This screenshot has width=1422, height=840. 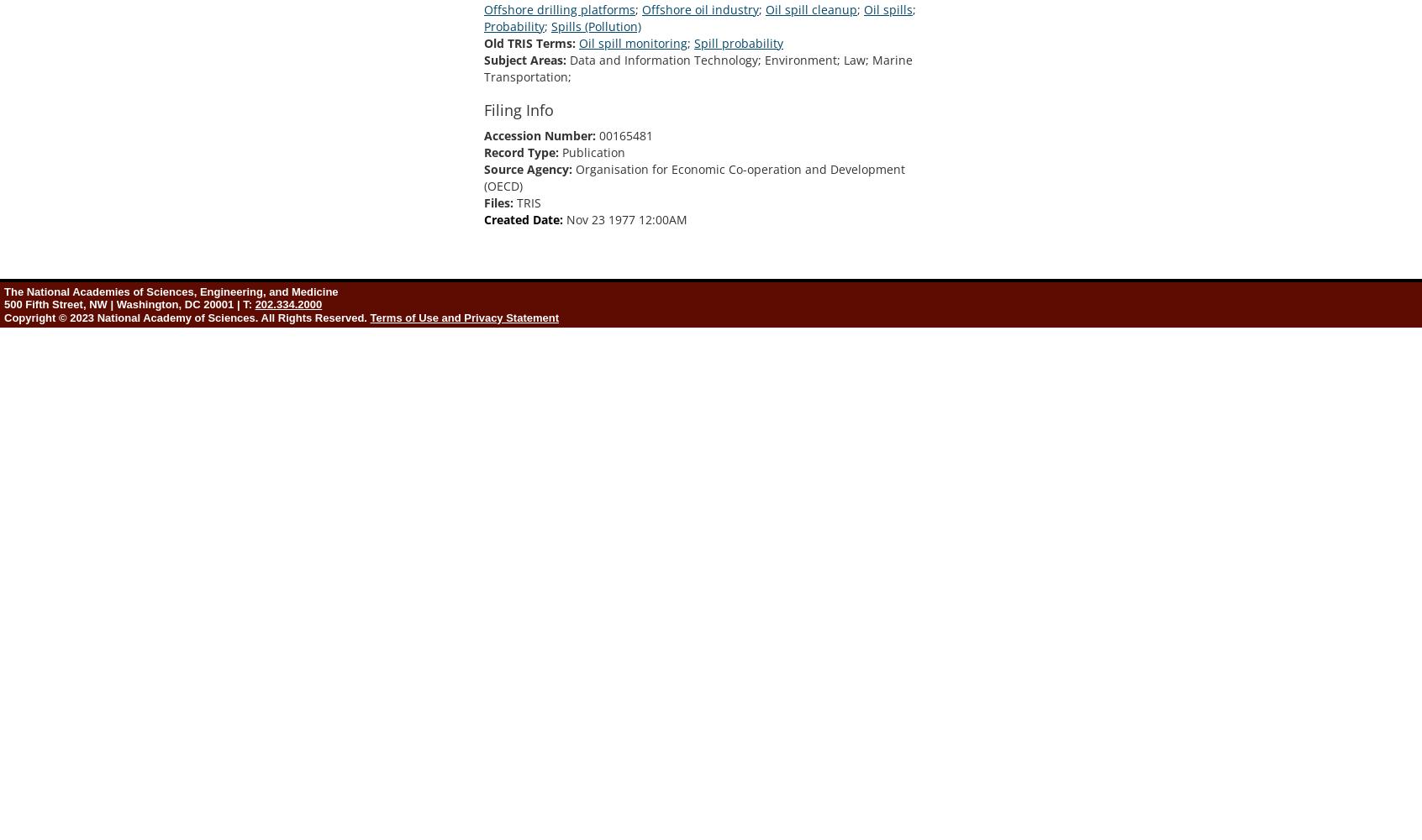 What do you see at coordinates (464, 318) in the screenshot?
I see `'Terms of Use and Privacy Statement'` at bounding box center [464, 318].